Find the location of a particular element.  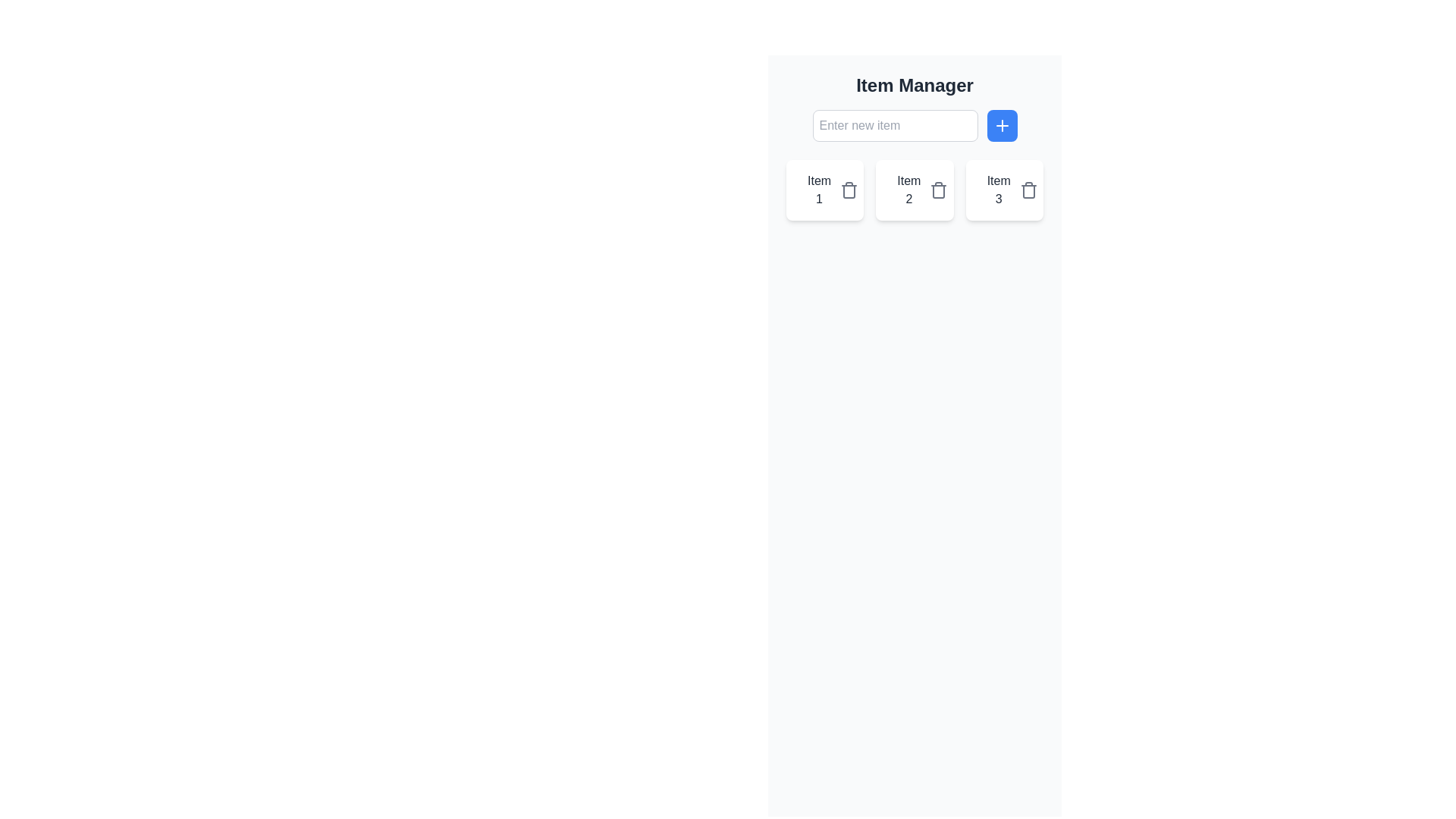

the trash can icon button is located at coordinates (1028, 189).